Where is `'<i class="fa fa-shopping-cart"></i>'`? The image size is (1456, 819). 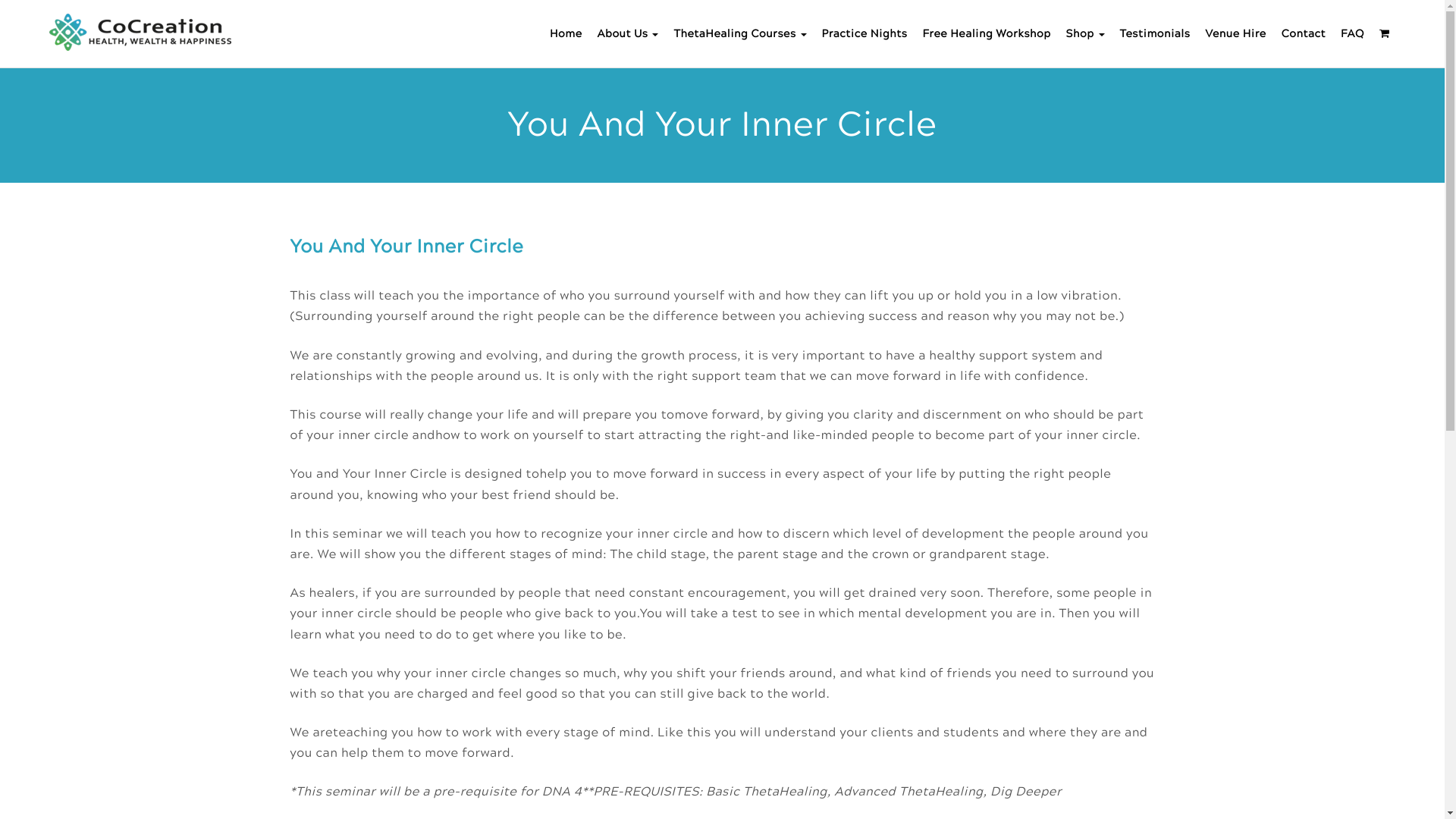 '<i class="fa fa-shopping-cart"></i>' is located at coordinates (1384, 32).